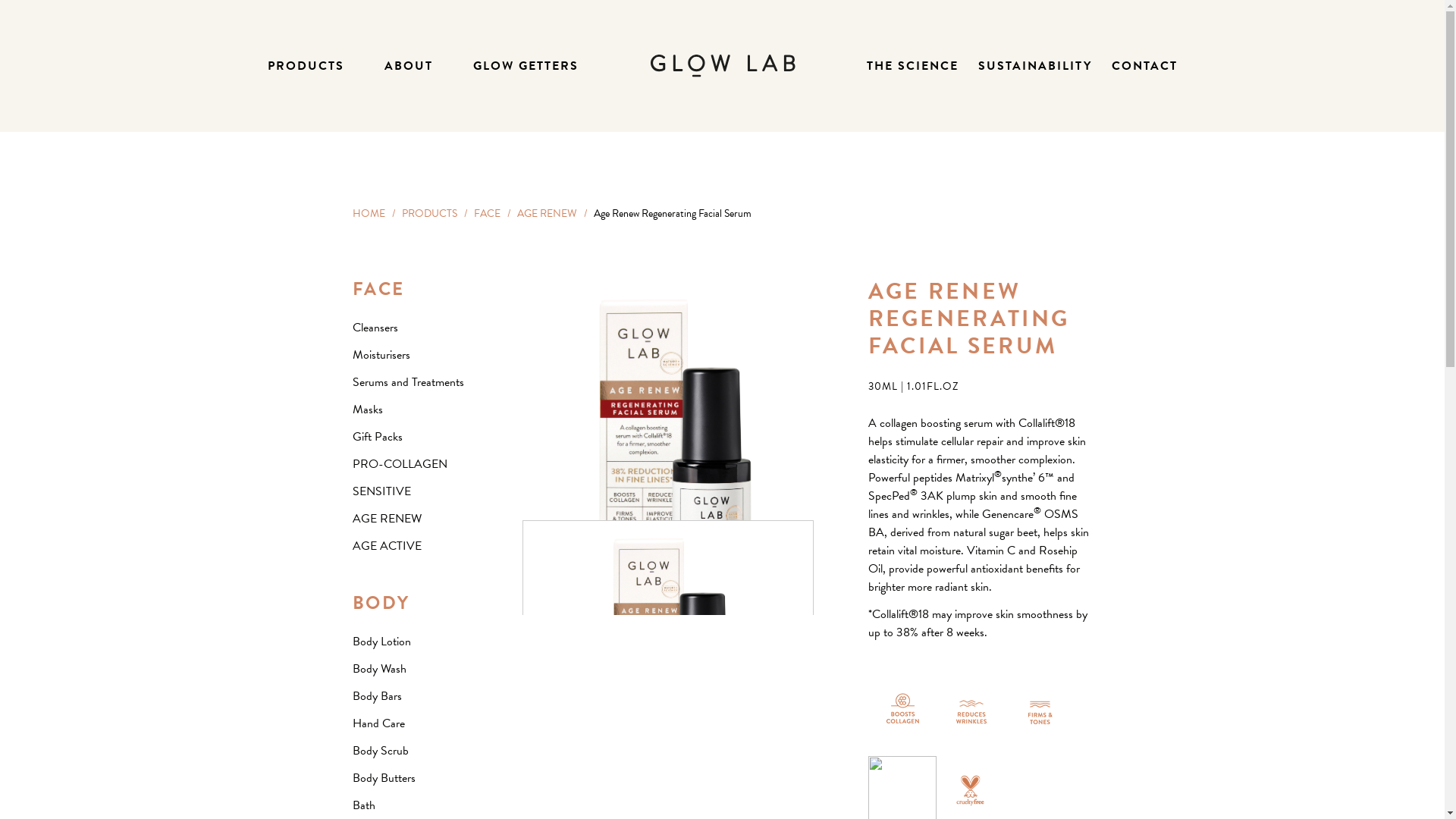 This screenshot has width=1456, height=819. I want to click on 'Moisturisers', so click(381, 354).